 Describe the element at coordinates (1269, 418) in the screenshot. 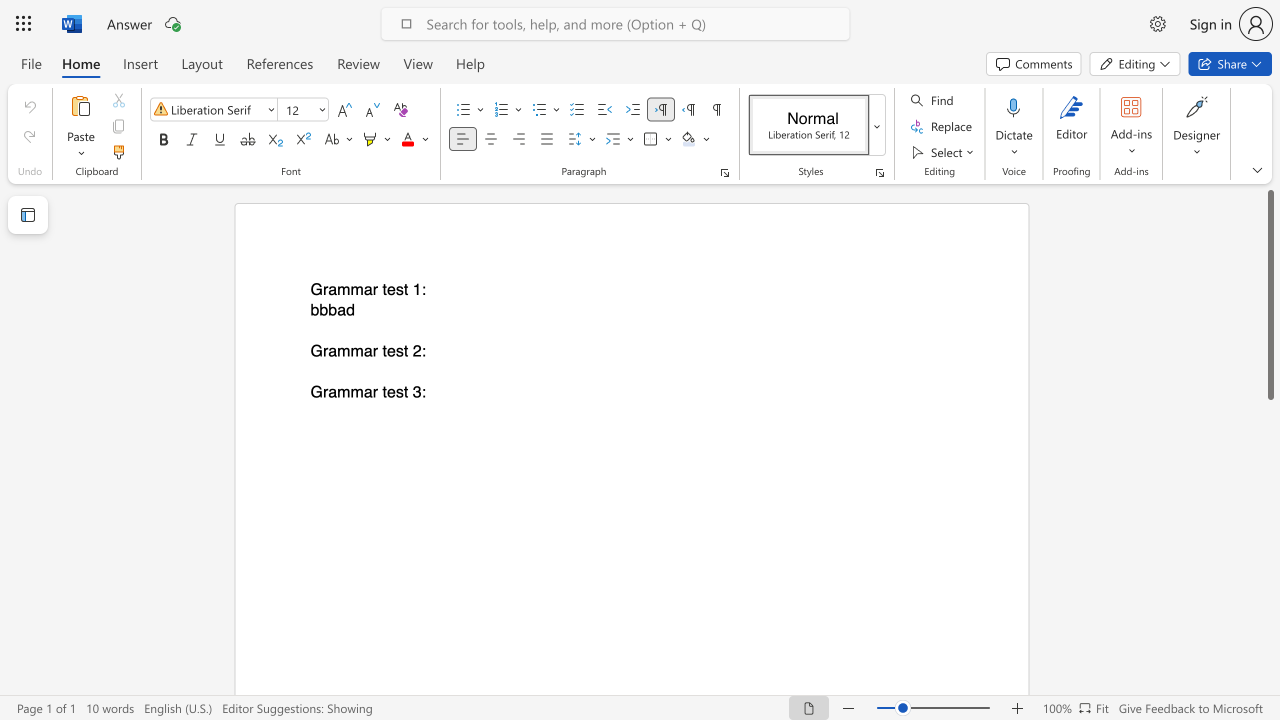

I see `the scrollbar to slide the page down` at that location.